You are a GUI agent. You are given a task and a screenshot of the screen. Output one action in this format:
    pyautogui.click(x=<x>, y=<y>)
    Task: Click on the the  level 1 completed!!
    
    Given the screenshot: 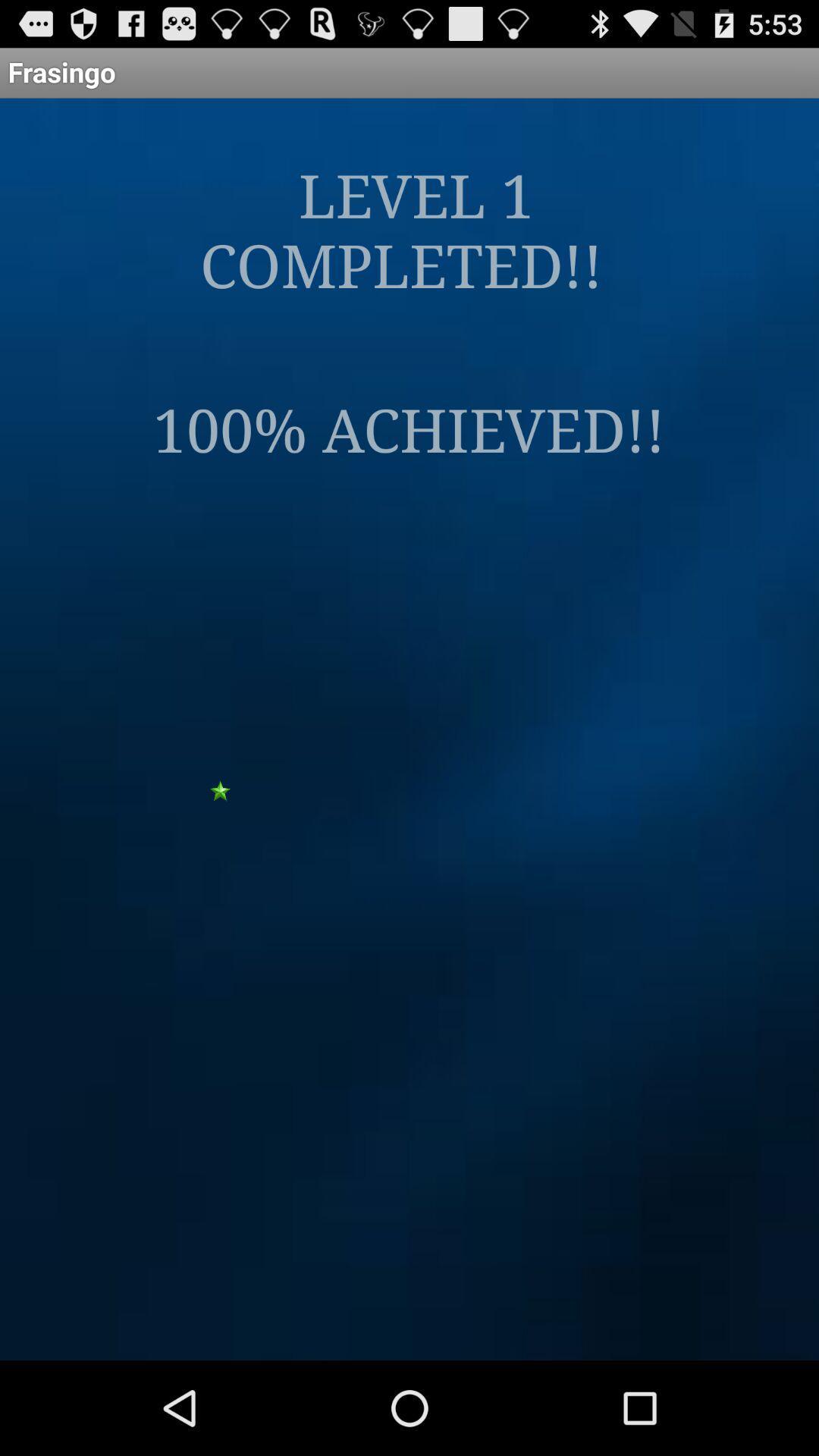 What is the action you would take?
    pyautogui.click(x=408, y=228)
    